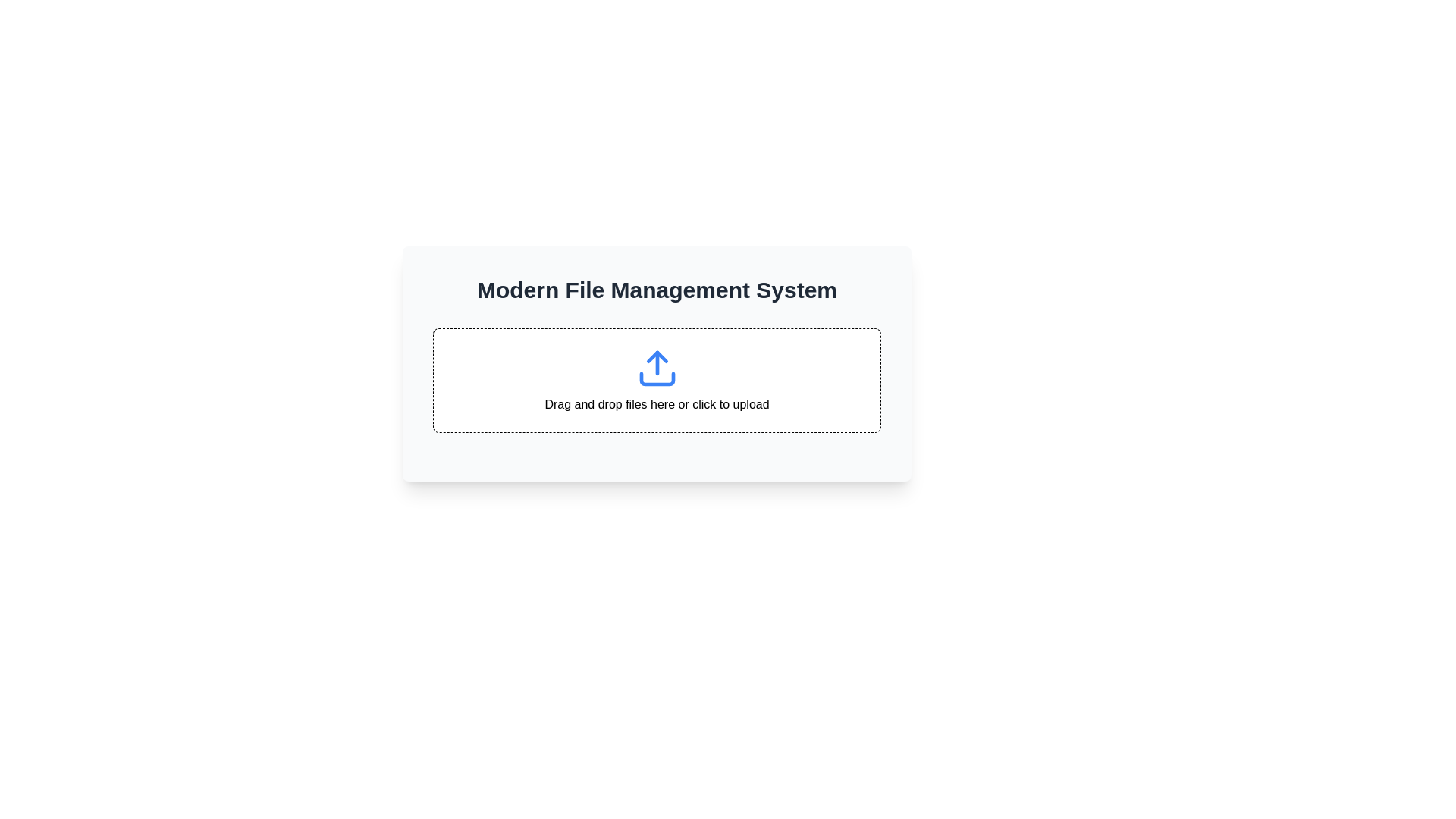 Image resolution: width=1456 pixels, height=819 pixels. I want to click on the heading text 'Modern File Management System' which is prominently displayed at the top center of the content box, so click(657, 290).